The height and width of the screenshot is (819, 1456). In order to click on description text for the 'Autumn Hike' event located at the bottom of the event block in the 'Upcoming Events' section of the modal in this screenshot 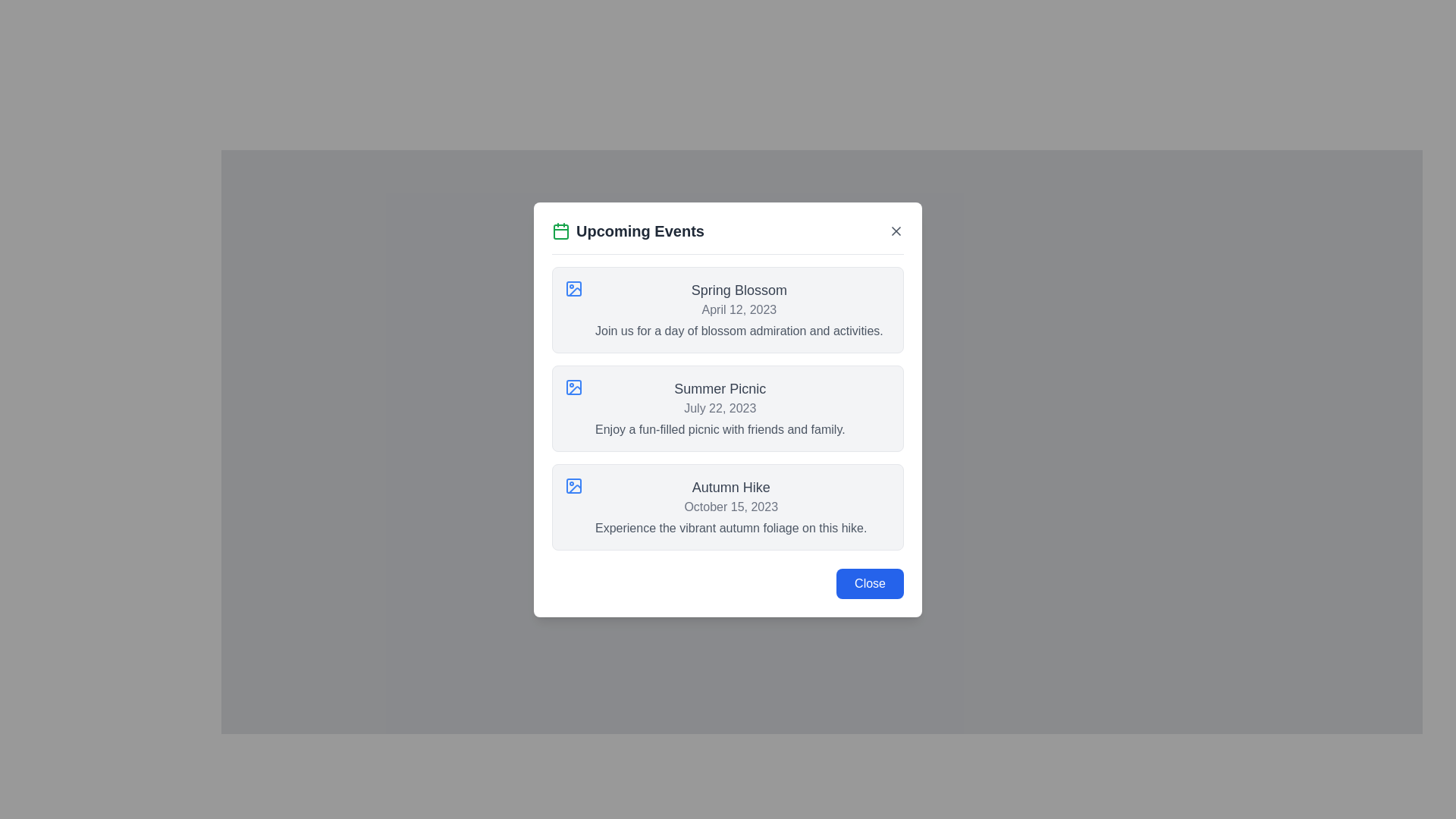, I will do `click(731, 527)`.